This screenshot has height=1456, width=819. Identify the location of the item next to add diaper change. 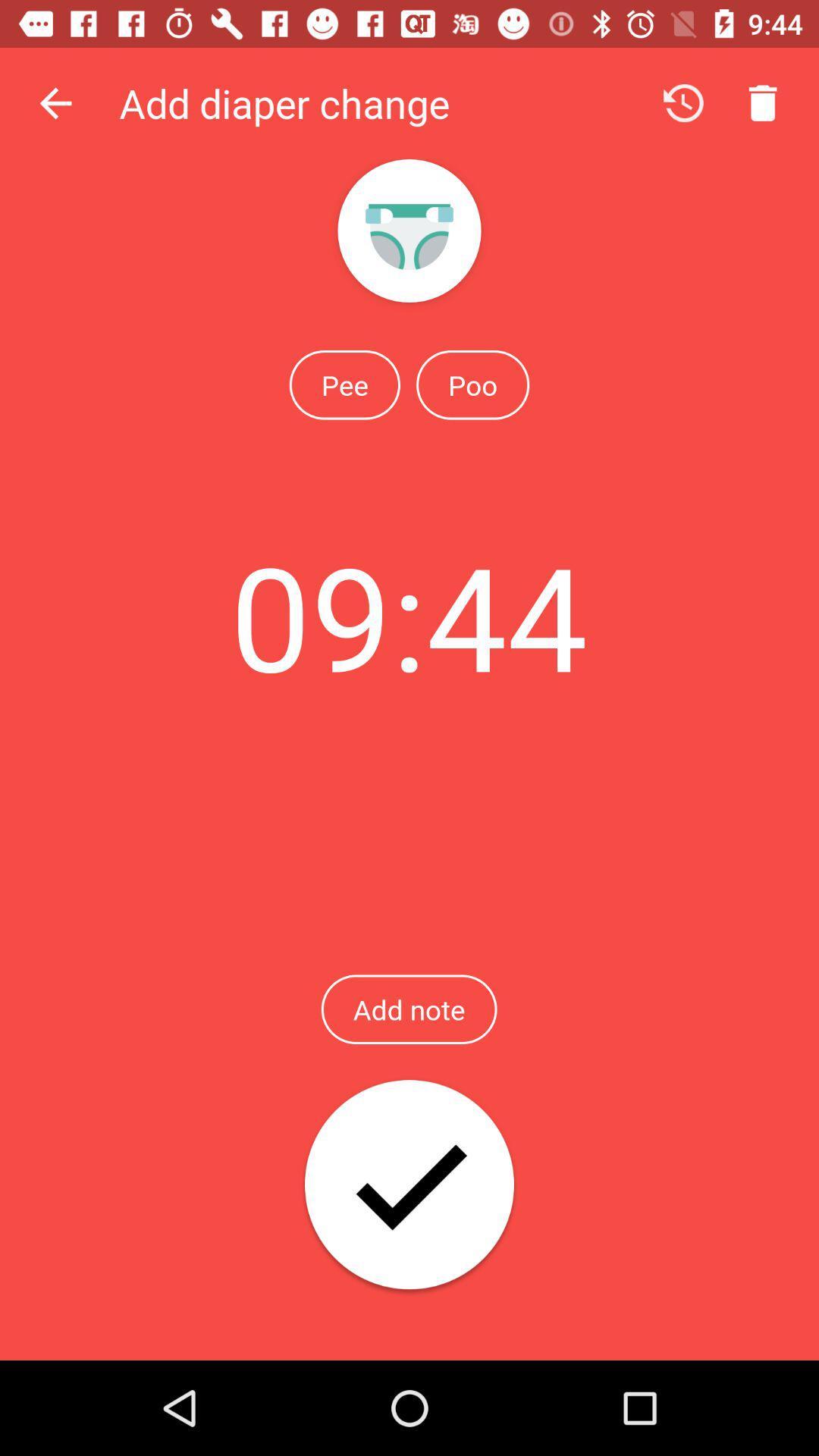
(55, 102).